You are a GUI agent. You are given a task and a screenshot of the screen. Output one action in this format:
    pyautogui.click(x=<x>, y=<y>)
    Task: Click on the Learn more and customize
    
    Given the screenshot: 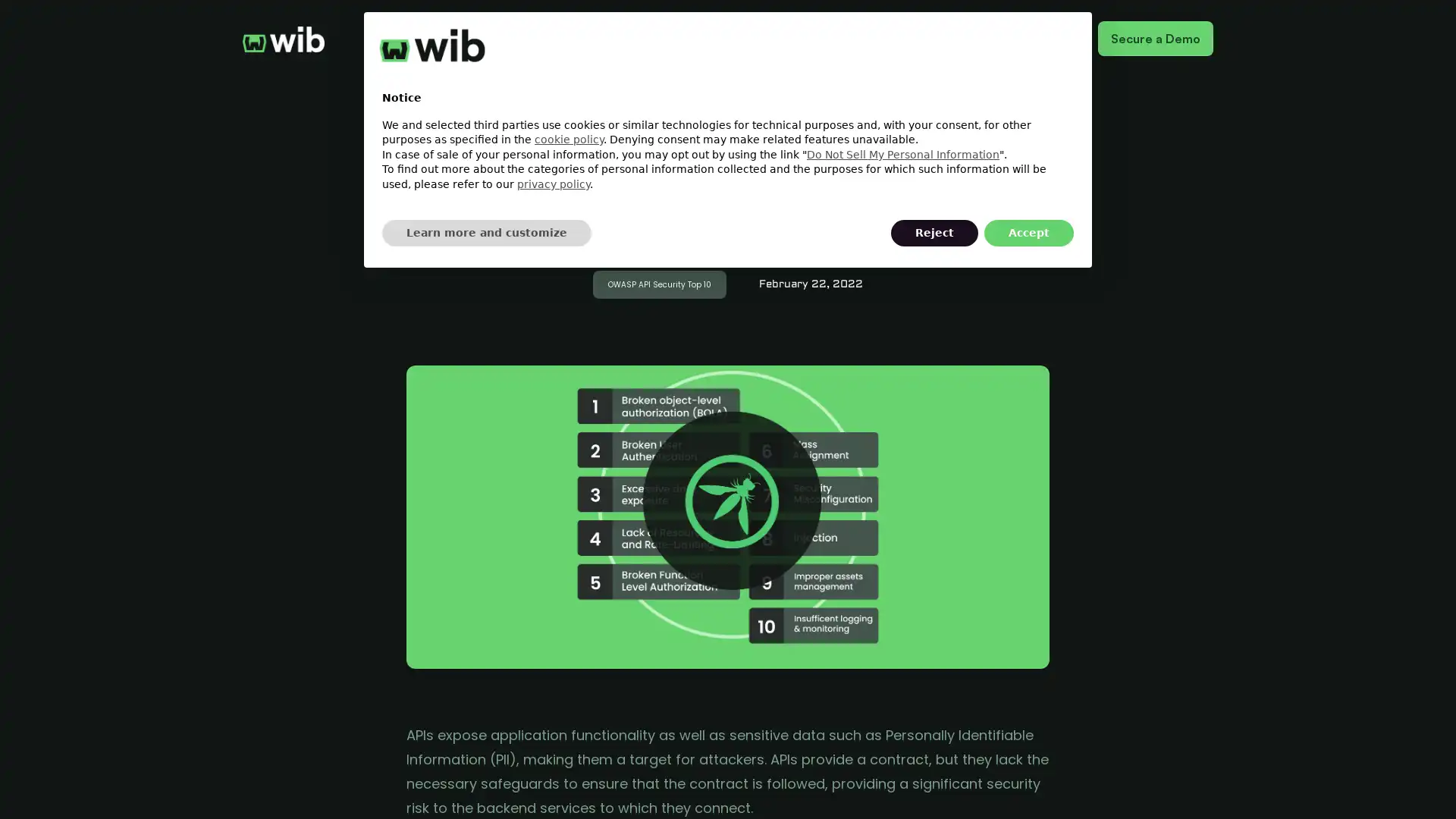 What is the action you would take?
    pyautogui.click(x=487, y=233)
    